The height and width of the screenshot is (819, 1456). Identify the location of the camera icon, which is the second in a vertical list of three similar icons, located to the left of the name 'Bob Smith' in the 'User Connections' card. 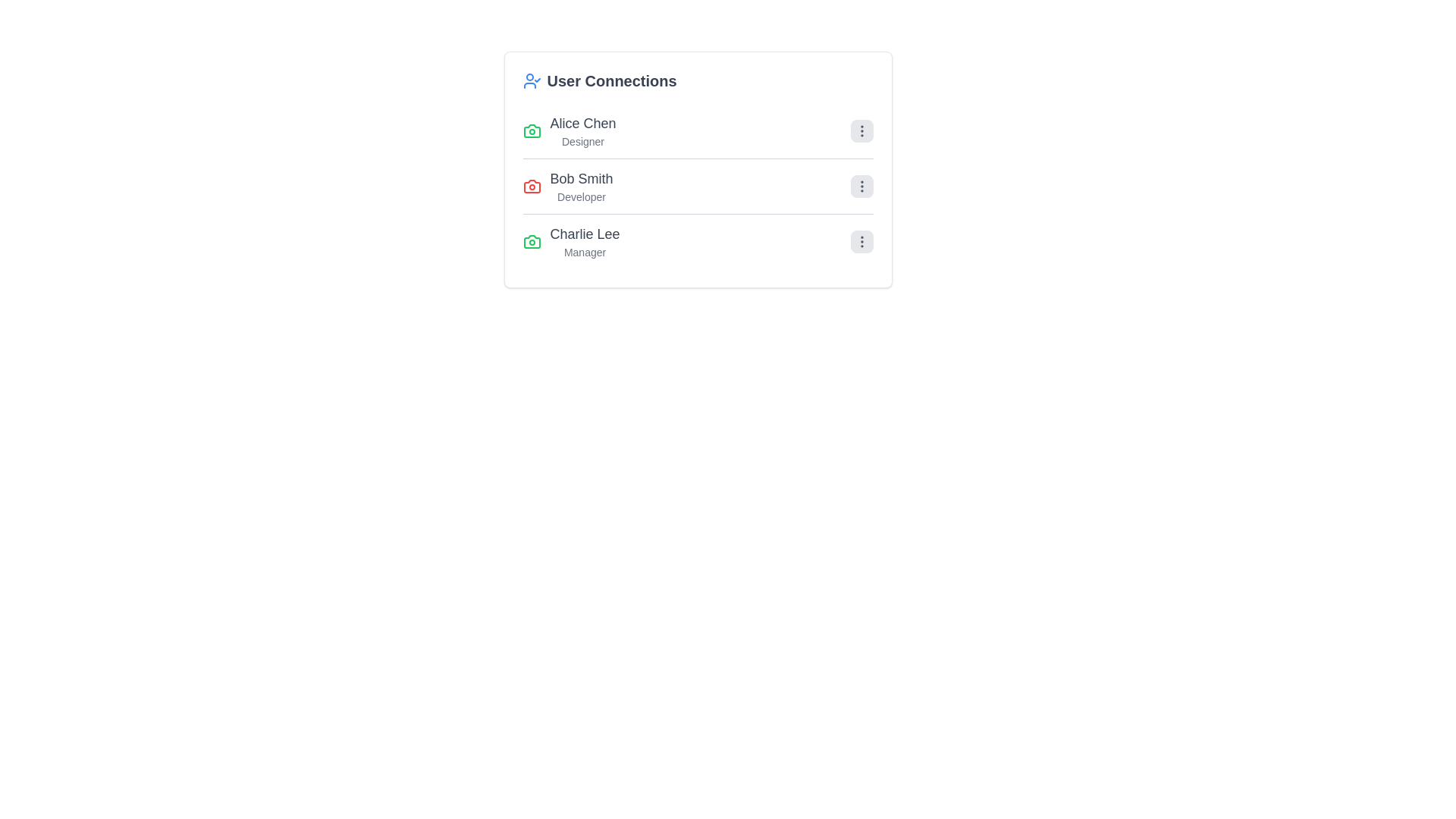
(532, 186).